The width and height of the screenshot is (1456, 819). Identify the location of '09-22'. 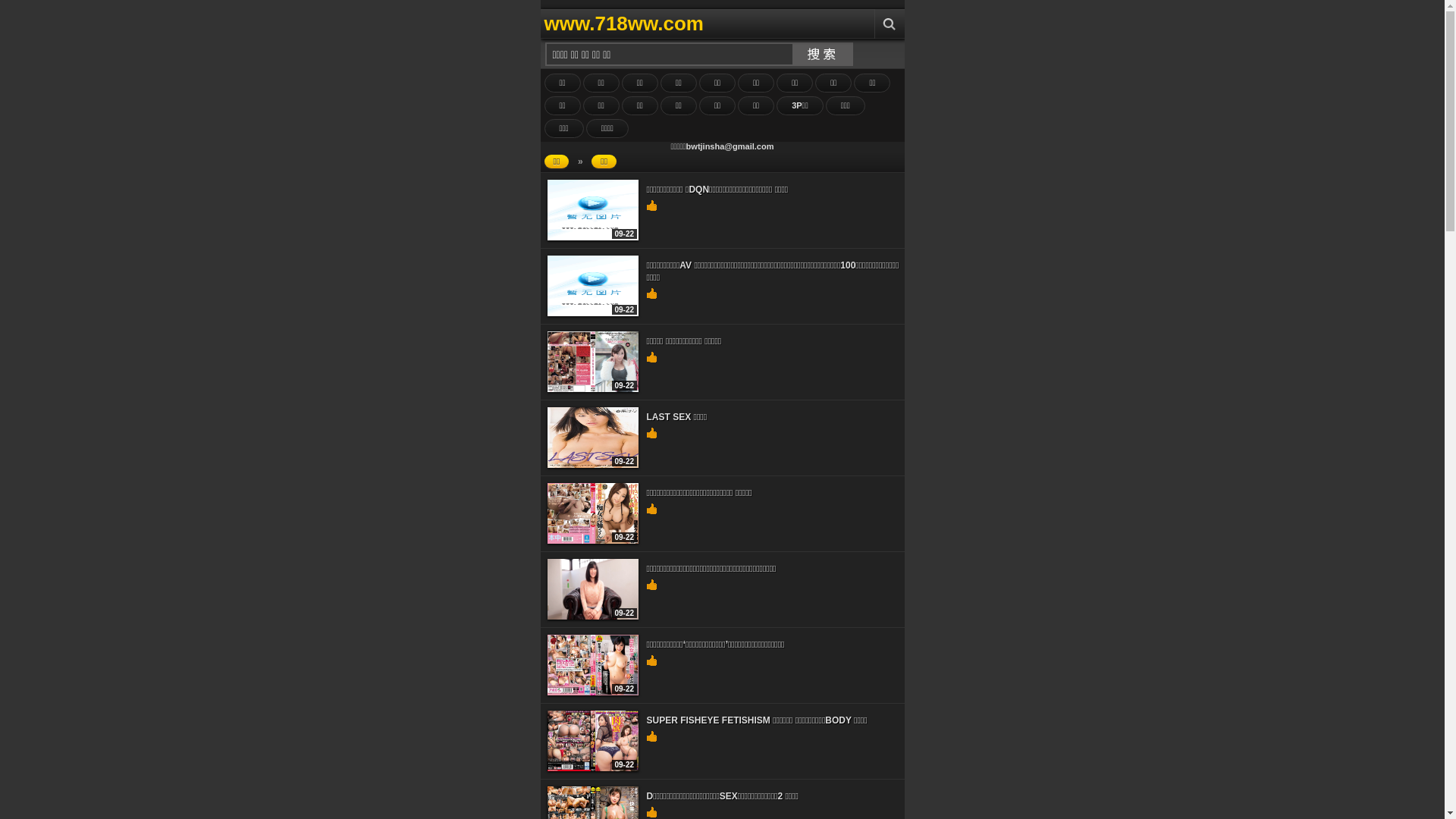
(592, 617).